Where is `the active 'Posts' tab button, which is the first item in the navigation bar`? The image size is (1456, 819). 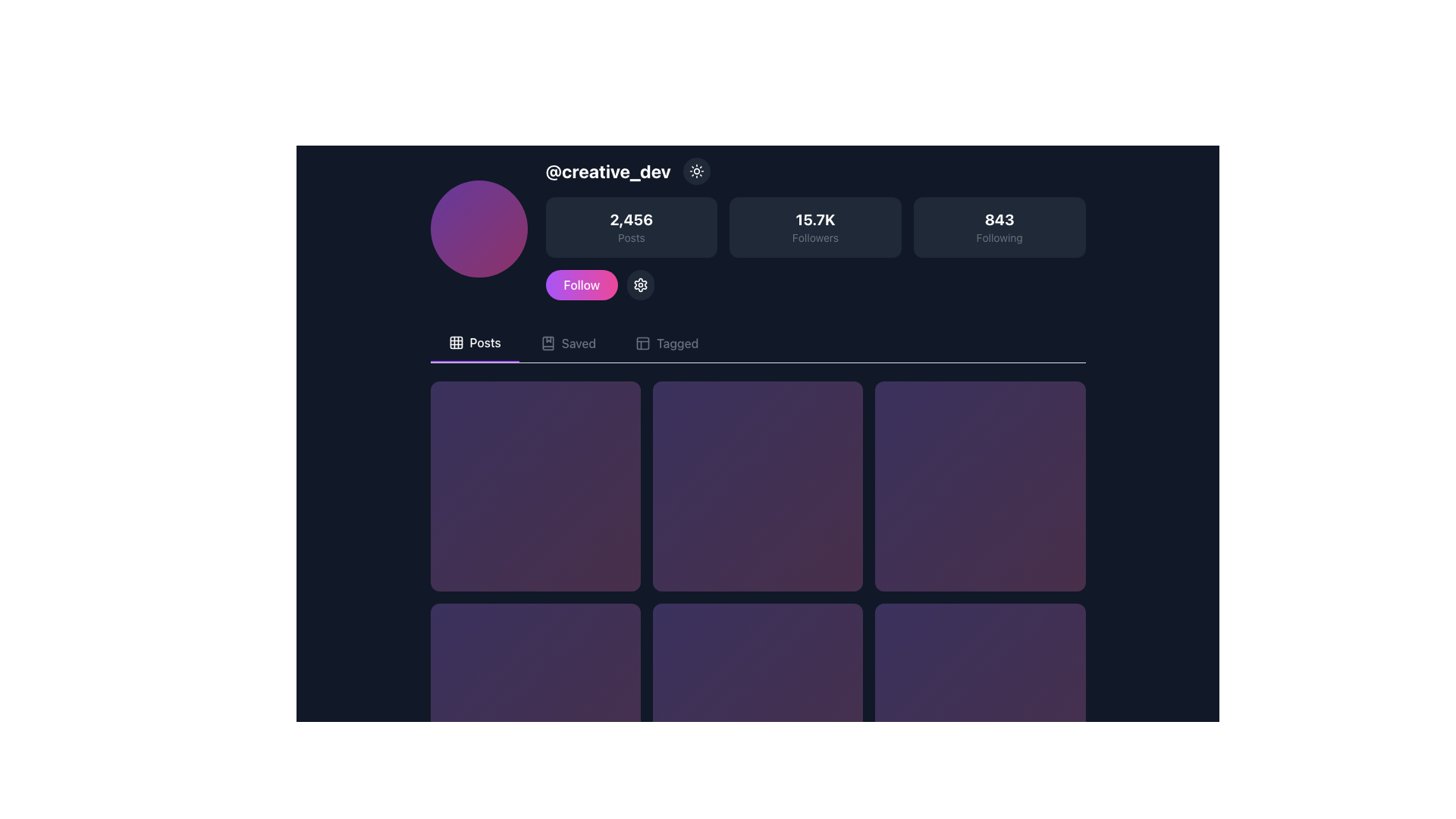
the active 'Posts' tab button, which is the first item in the navigation bar is located at coordinates (473, 343).